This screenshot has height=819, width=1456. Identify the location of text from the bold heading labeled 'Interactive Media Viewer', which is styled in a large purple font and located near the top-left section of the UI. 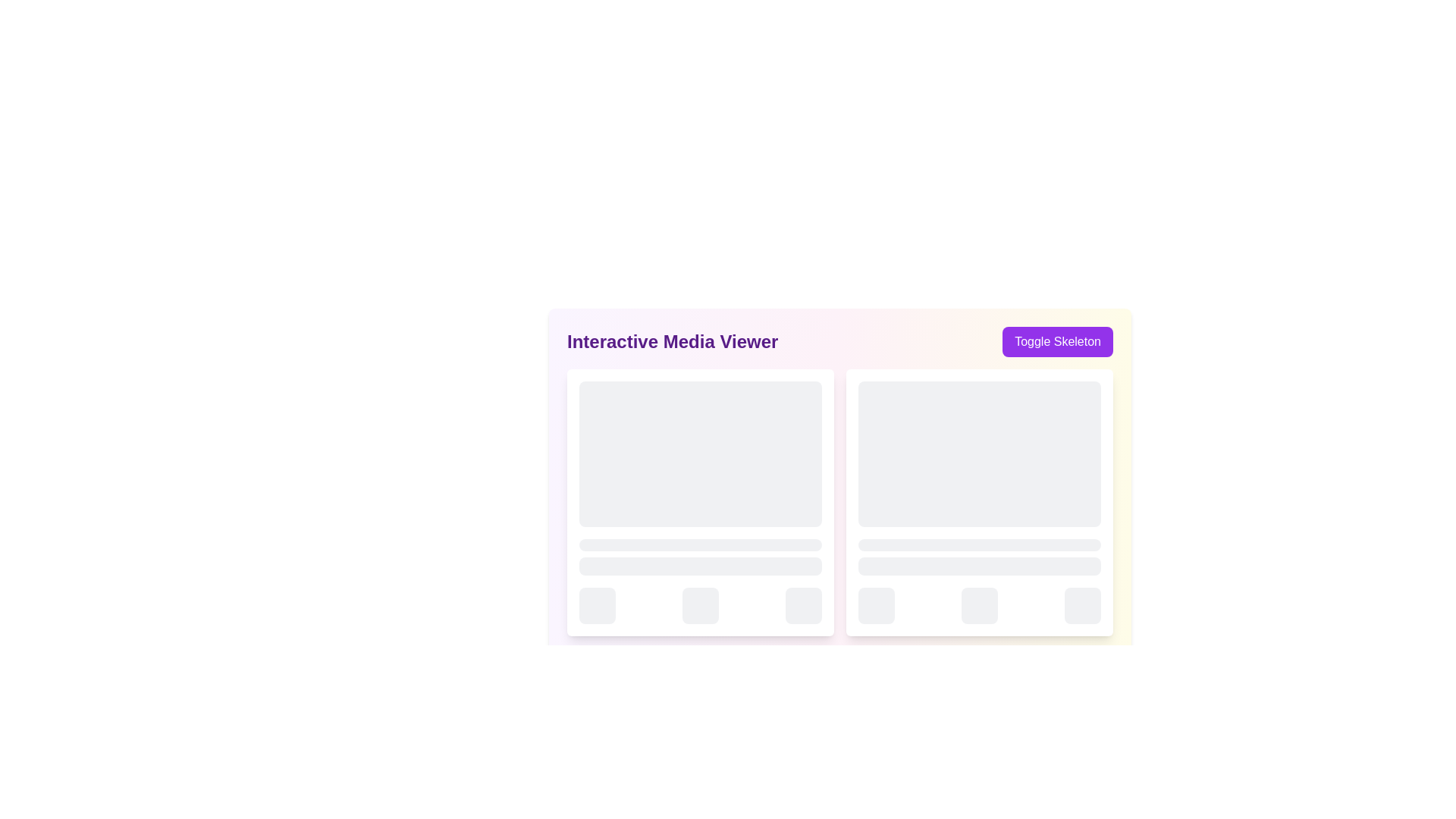
(672, 342).